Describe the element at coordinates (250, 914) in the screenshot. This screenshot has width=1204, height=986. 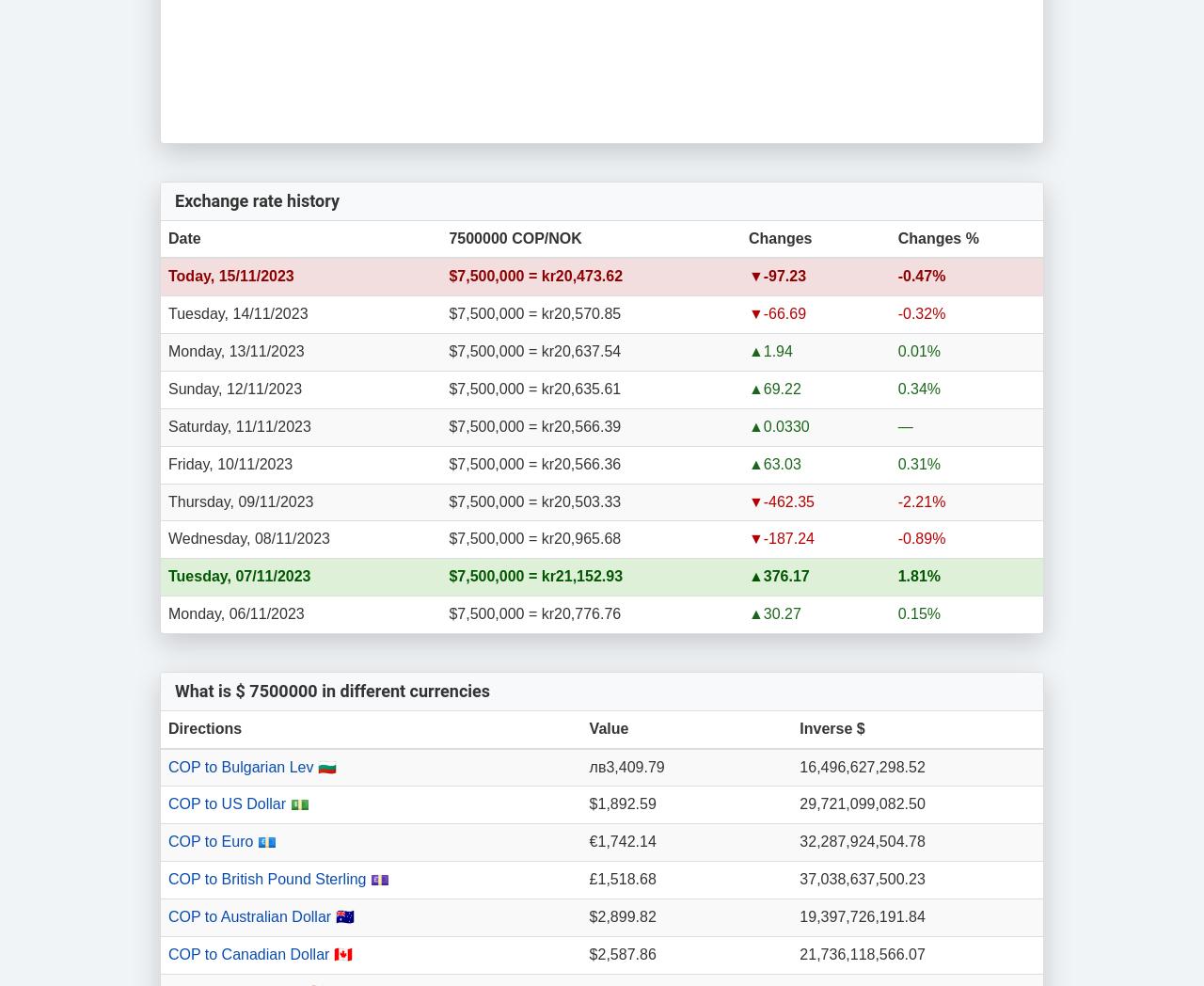
I see `'COP to Australian Dollar'` at that location.